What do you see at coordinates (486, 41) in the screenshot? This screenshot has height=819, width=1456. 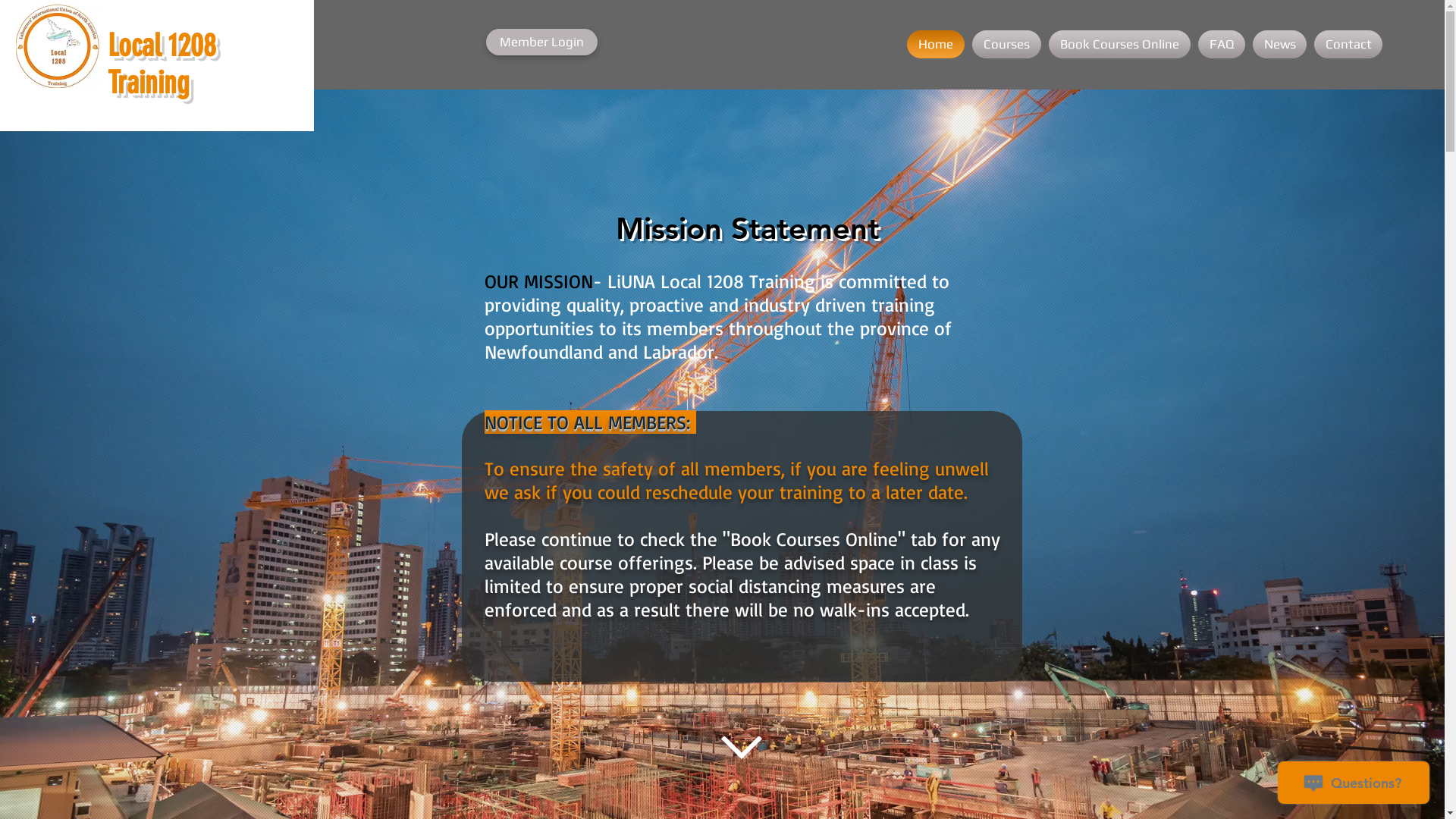 I see `'Member Login'` at bounding box center [486, 41].